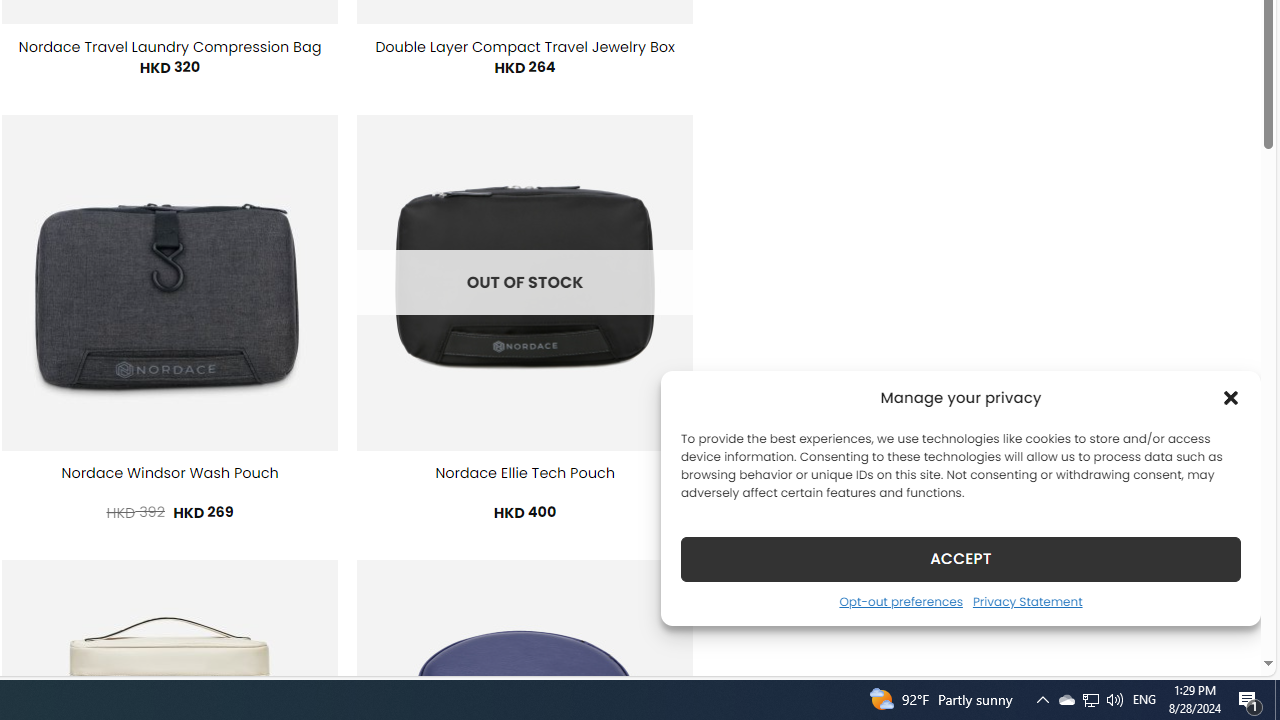 This screenshot has height=720, width=1280. I want to click on 'Privacy Statement', so click(1027, 600).